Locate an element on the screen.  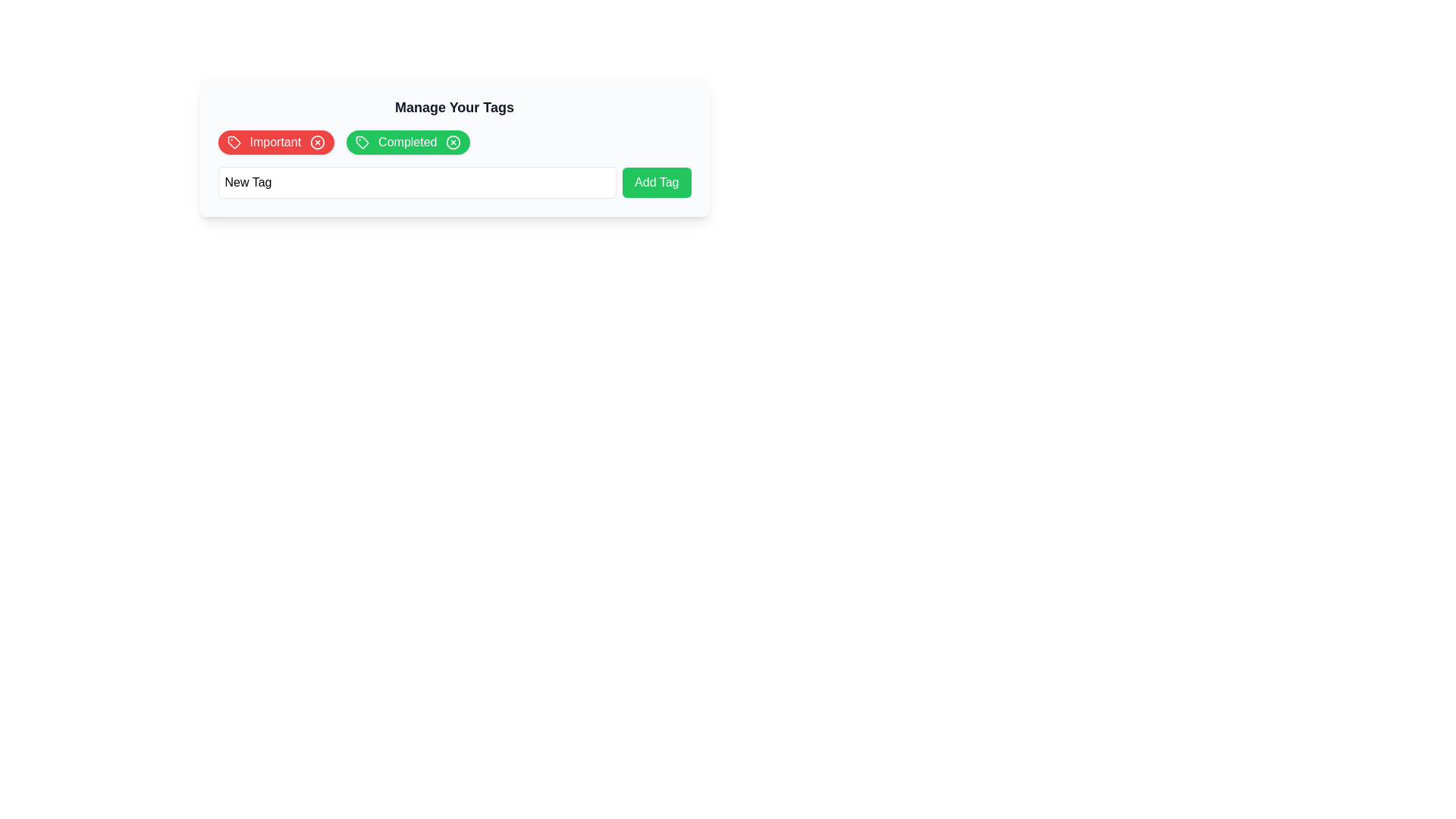
the close button of the tag named Completed to remove it is located at coordinates (453, 143).